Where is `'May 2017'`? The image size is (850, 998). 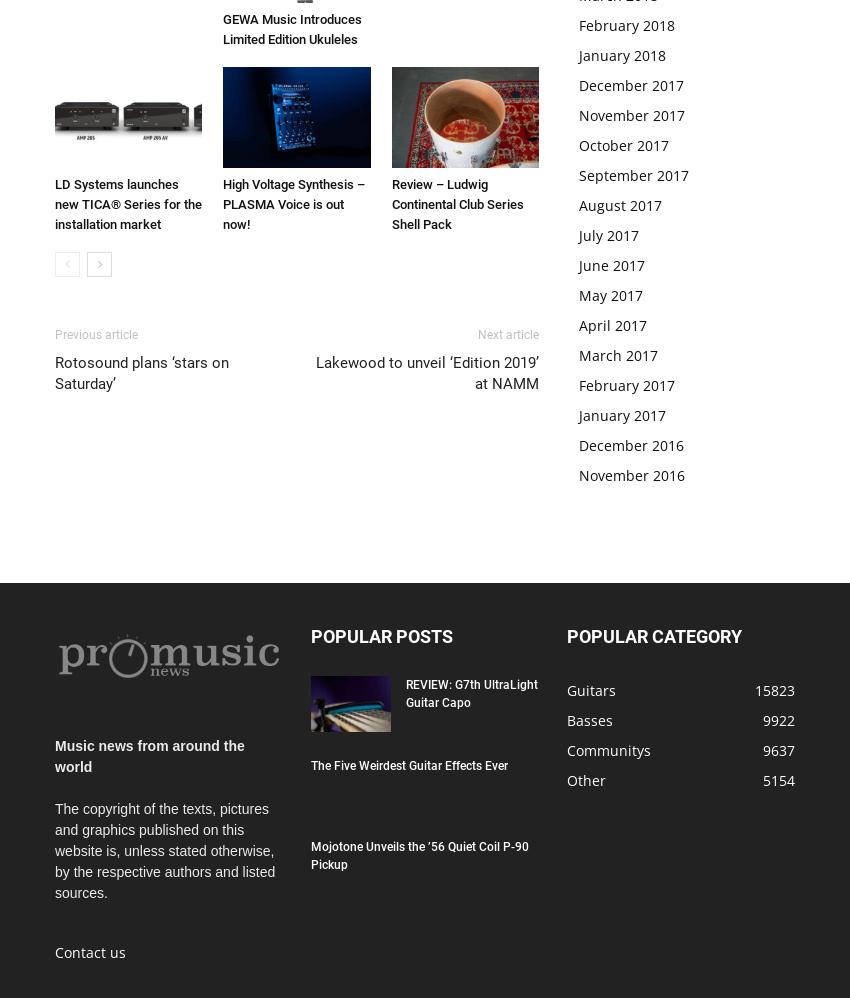
'May 2017' is located at coordinates (579, 294).